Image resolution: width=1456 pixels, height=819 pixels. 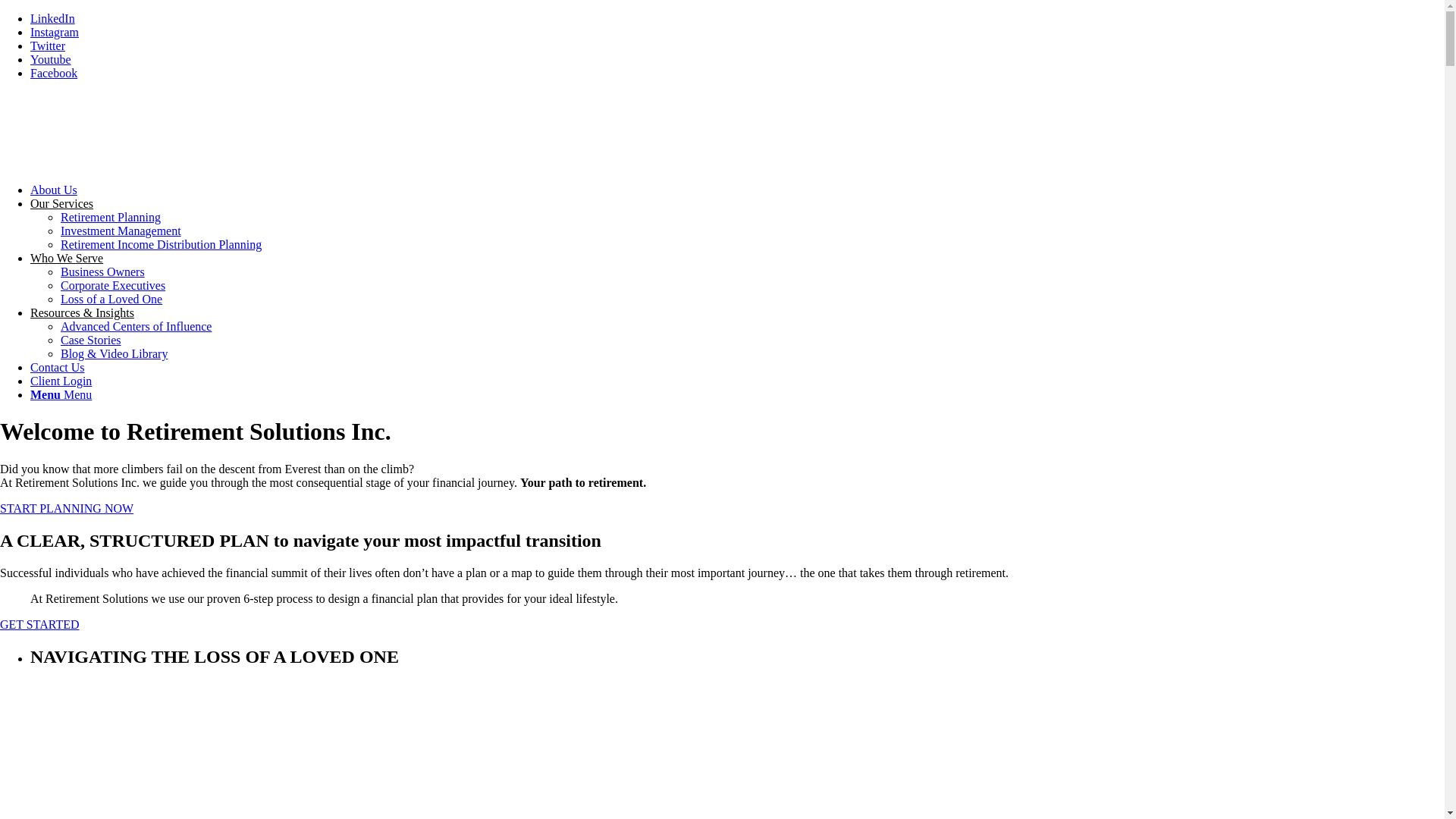 What do you see at coordinates (90, 339) in the screenshot?
I see `'Case Stories'` at bounding box center [90, 339].